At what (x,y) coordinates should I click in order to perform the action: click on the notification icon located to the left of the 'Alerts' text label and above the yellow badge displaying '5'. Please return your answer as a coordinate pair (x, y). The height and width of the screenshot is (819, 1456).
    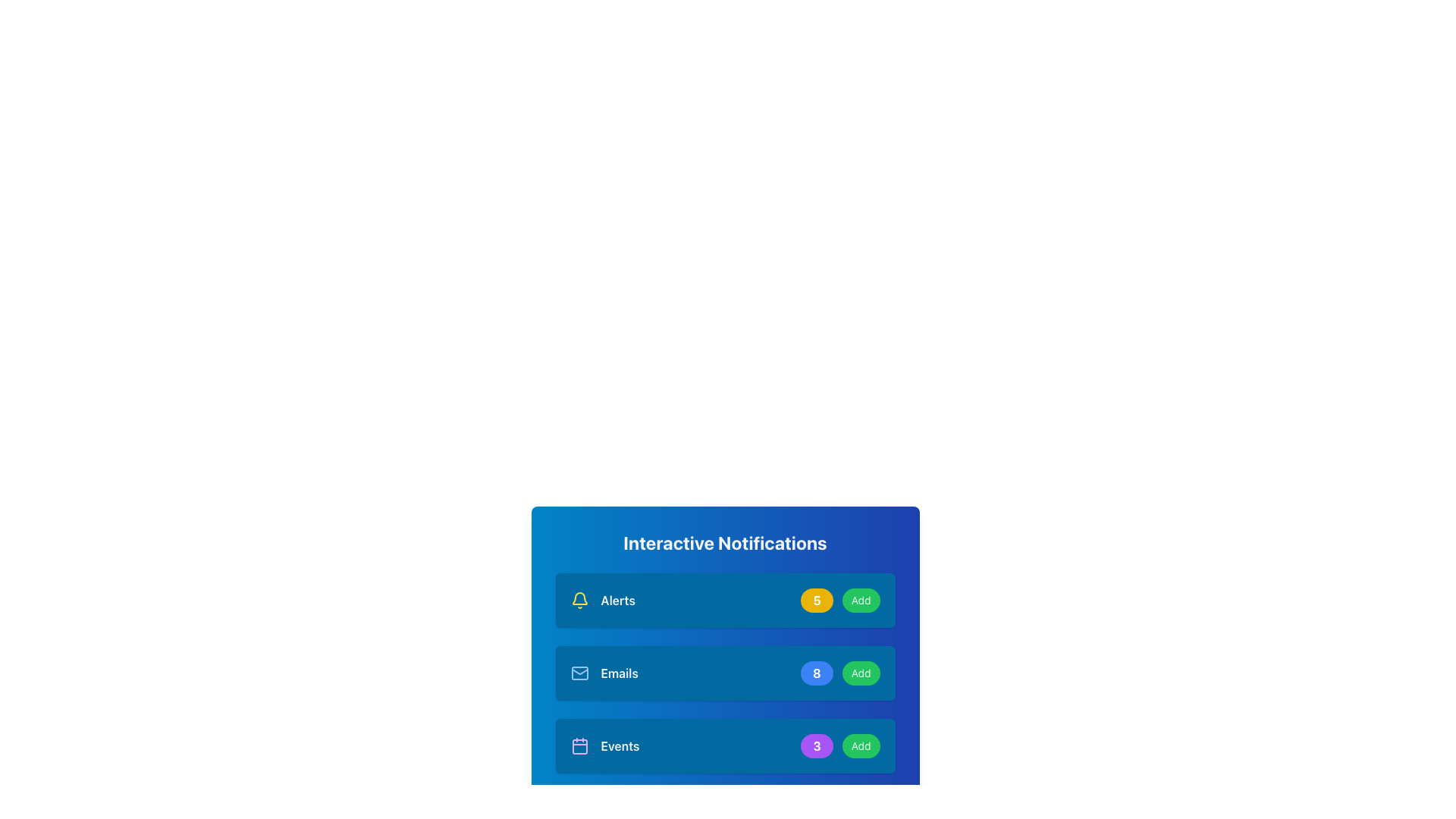
    Looking at the image, I should click on (579, 598).